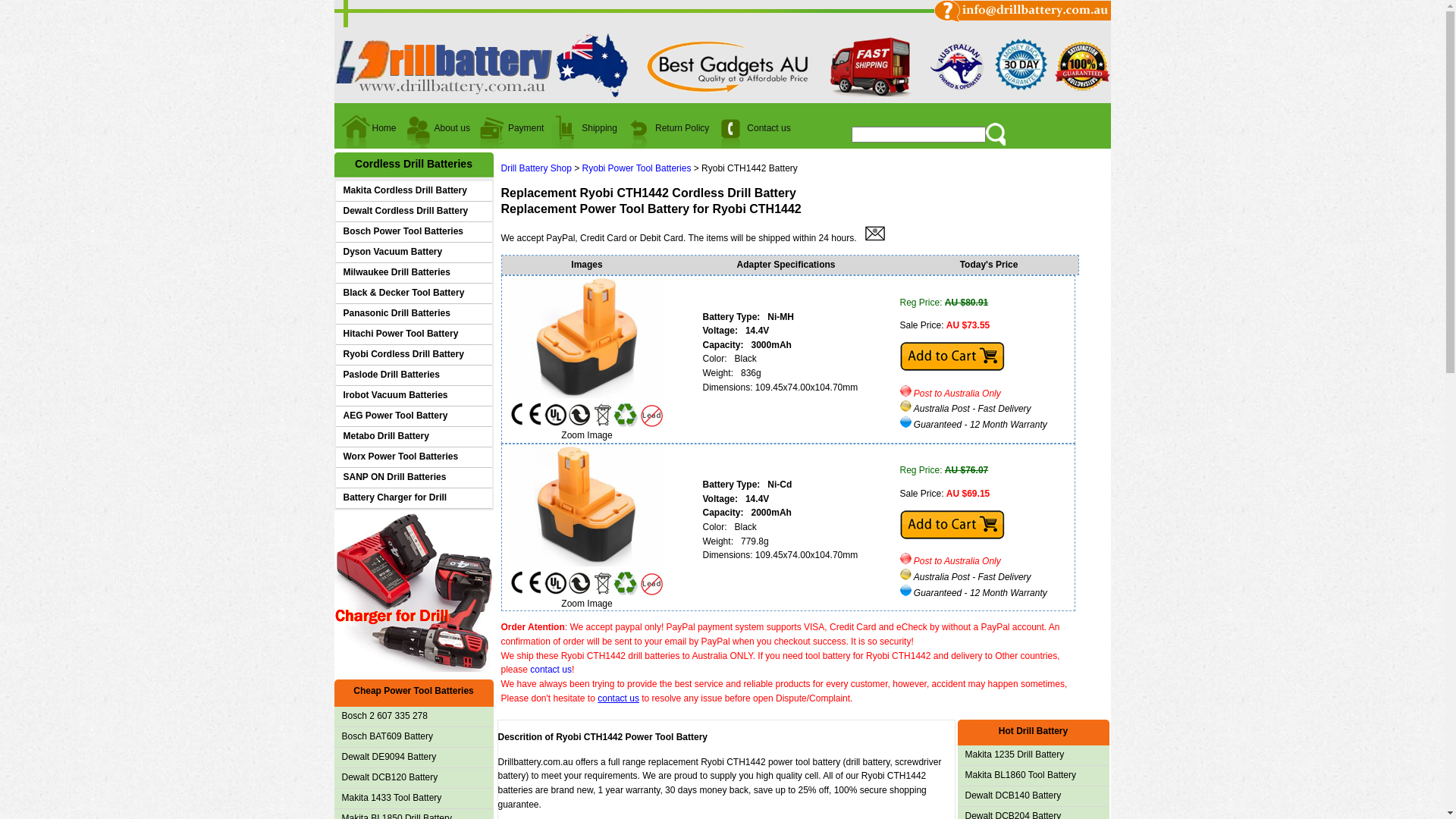  Describe the element at coordinates (413, 758) in the screenshot. I see `'Dewalt DE9094 Battery'` at that location.